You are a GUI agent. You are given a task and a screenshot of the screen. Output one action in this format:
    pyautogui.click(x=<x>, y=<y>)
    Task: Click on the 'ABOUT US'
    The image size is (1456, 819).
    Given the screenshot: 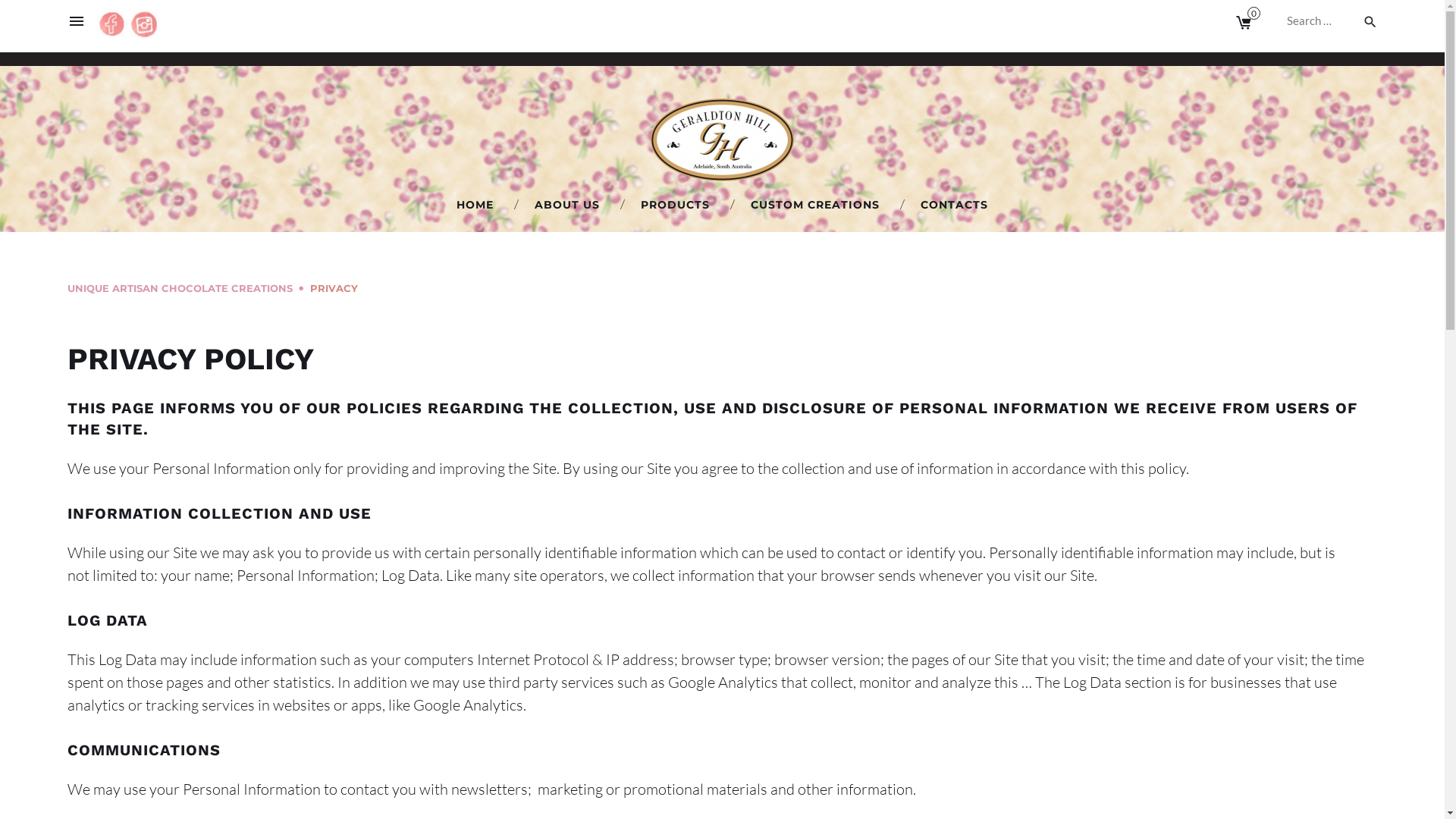 What is the action you would take?
    pyautogui.click(x=535, y=205)
    